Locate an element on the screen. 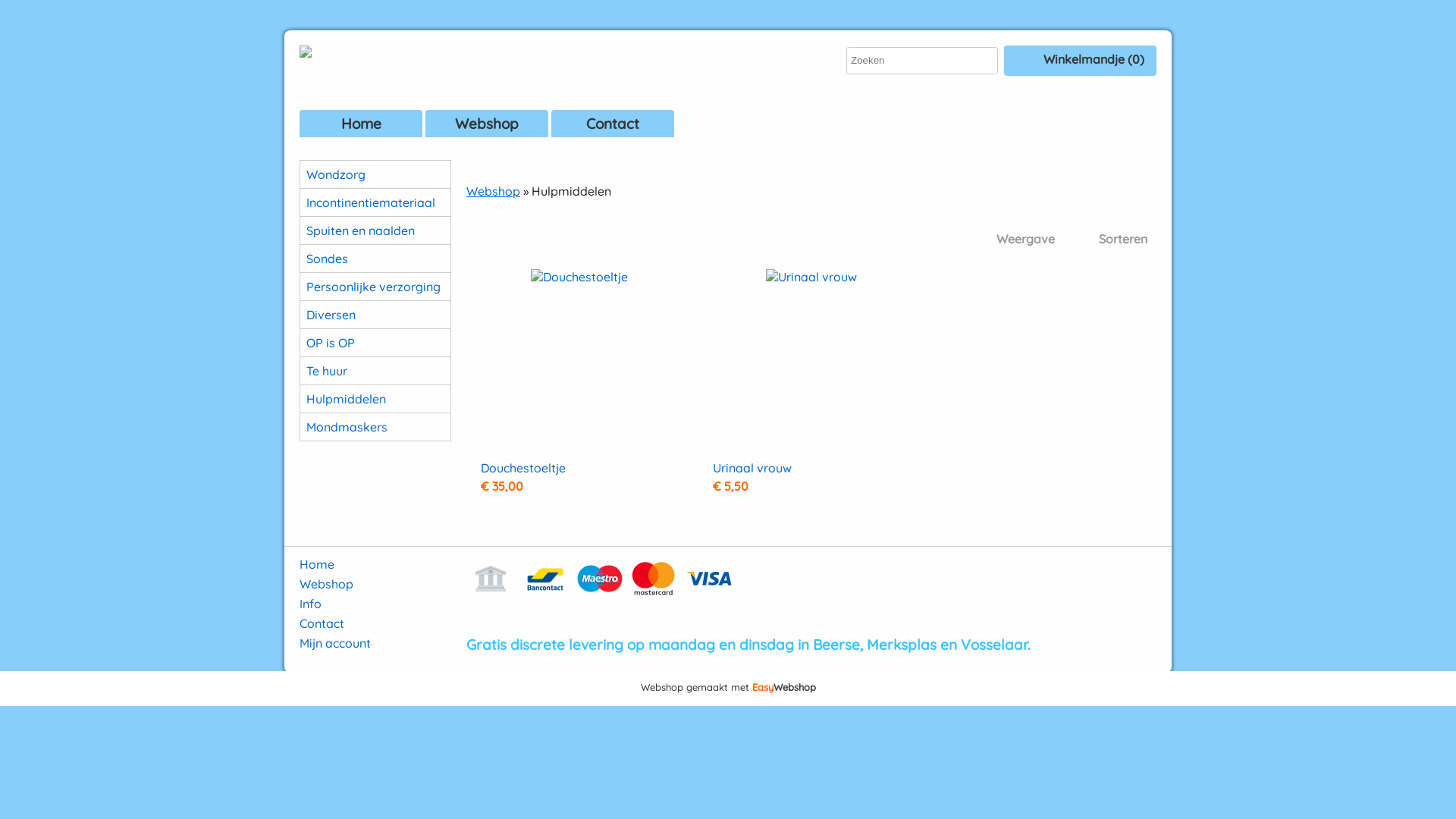 The image size is (1456, 819). 'Spuiten en naalden' is located at coordinates (375, 231).